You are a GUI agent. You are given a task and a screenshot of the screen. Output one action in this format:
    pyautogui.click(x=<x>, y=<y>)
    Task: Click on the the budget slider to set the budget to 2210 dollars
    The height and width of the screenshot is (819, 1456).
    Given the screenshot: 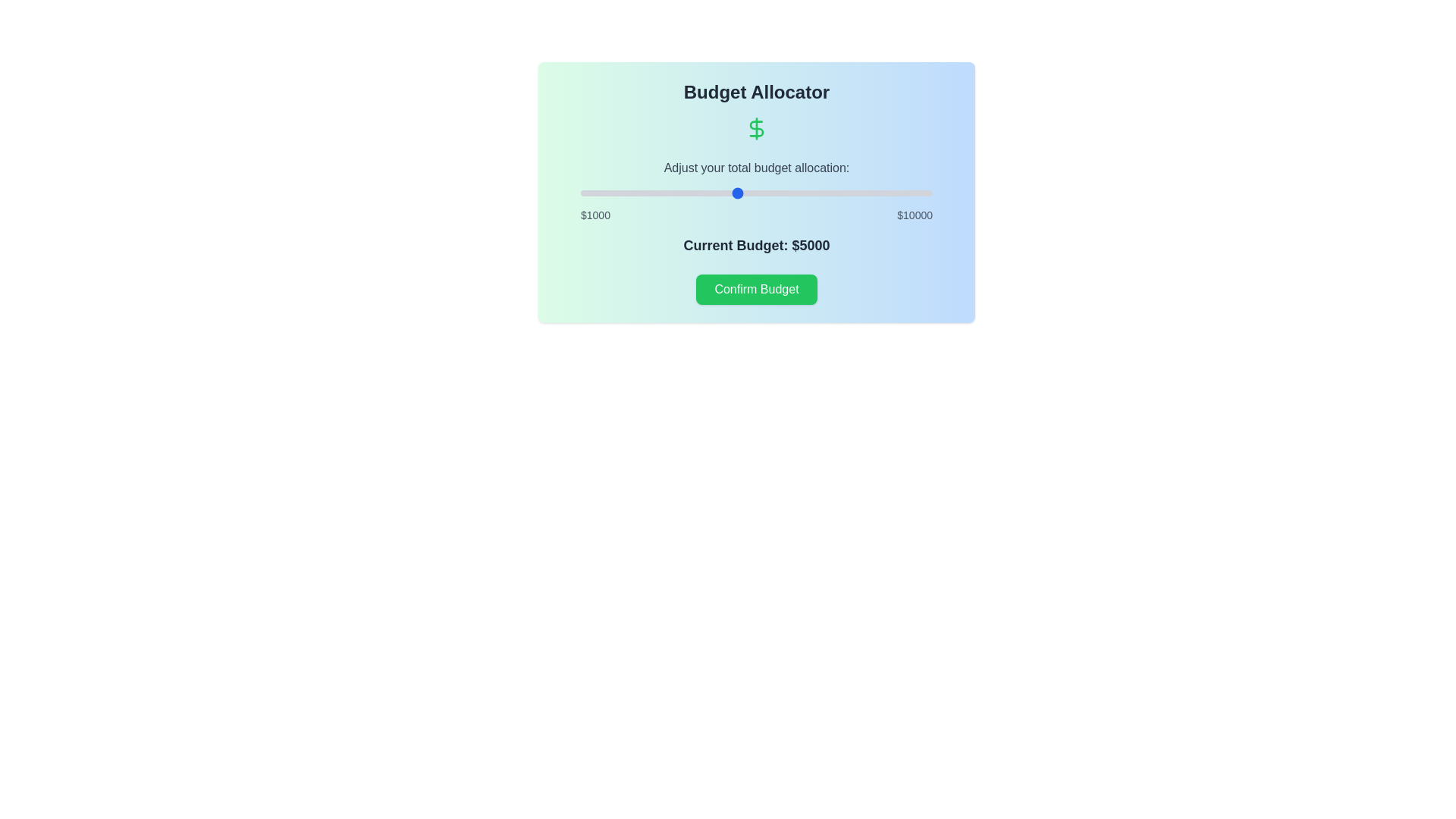 What is the action you would take?
    pyautogui.click(x=628, y=192)
    